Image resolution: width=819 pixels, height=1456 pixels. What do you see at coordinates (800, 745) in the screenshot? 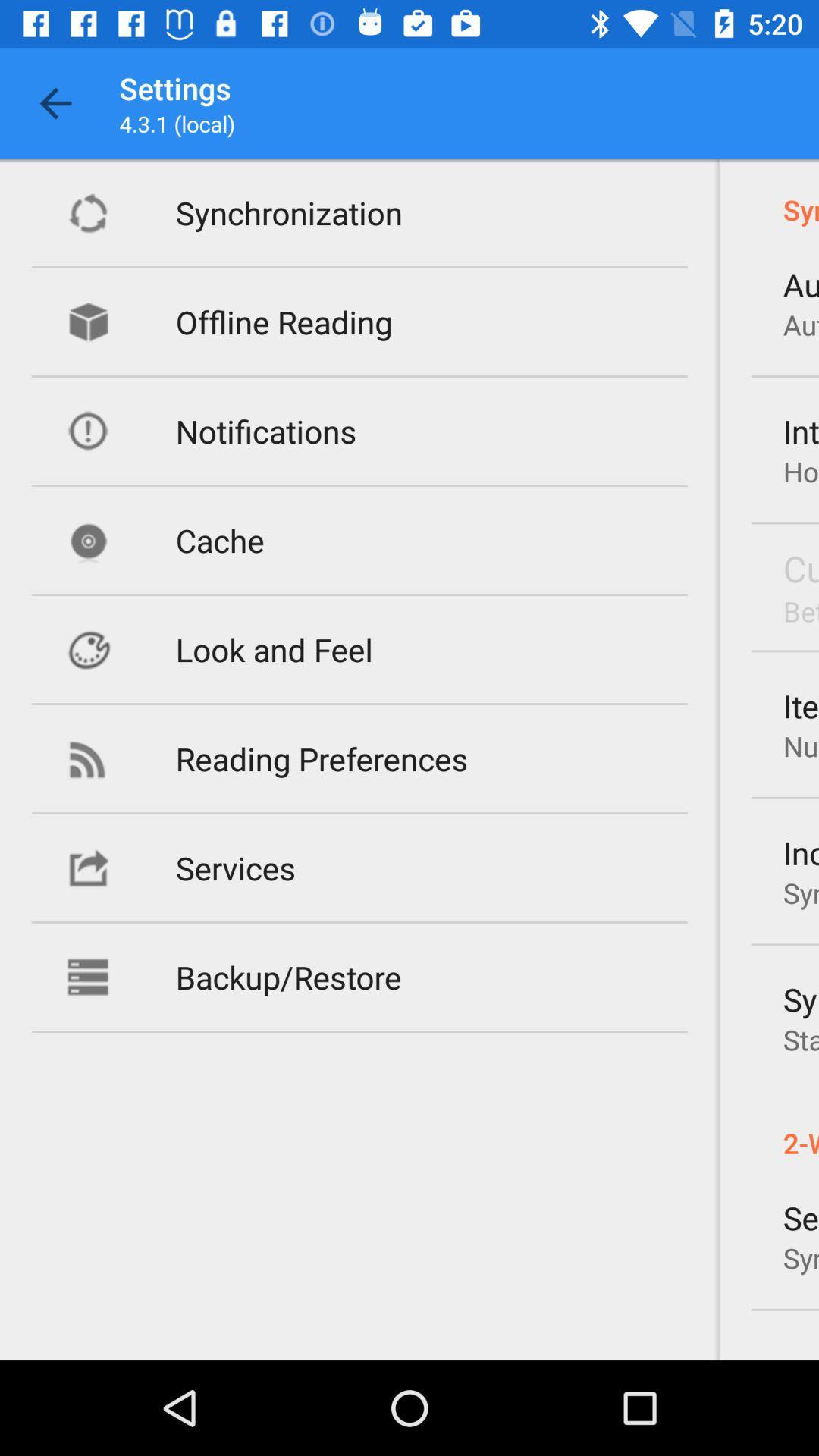
I see `the item above the include starred items item` at bounding box center [800, 745].